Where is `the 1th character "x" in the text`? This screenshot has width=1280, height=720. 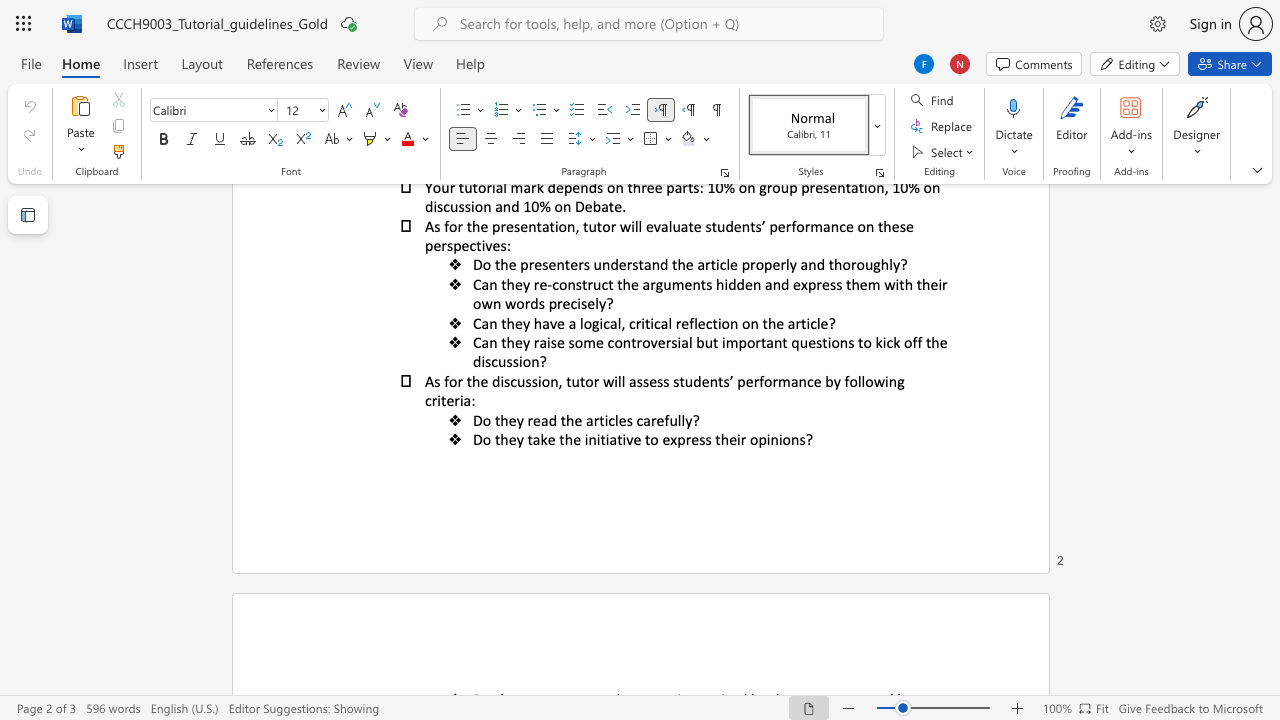 the 1th character "x" in the text is located at coordinates (673, 438).